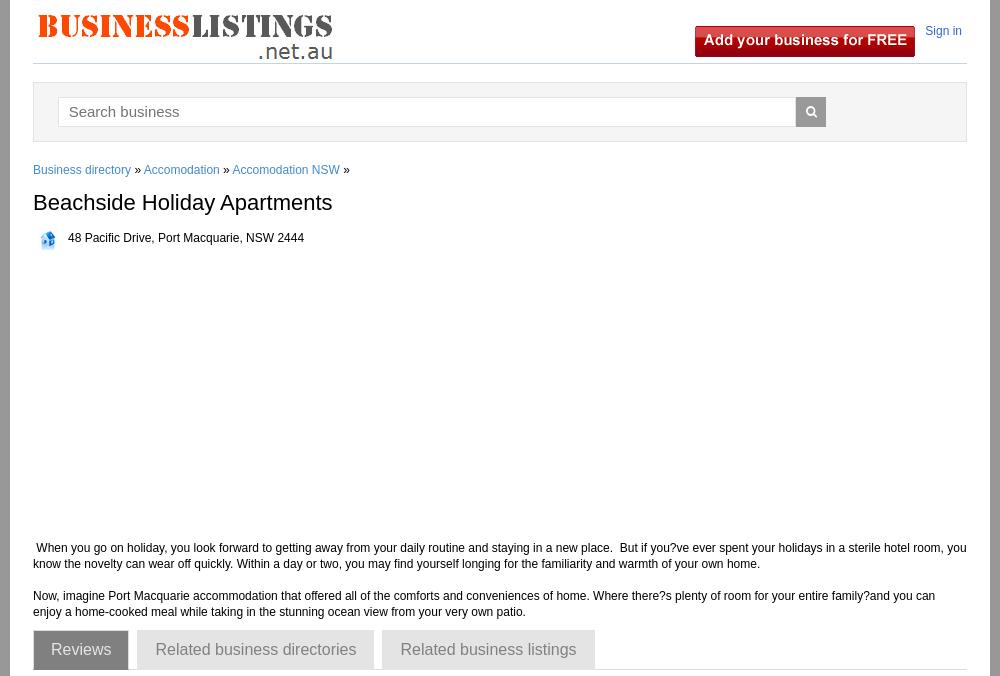 The height and width of the screenshot is (676, 1000). Describe the element at coordinates (942, 30) in the screenshot. I see `'Sign in'` at that location.